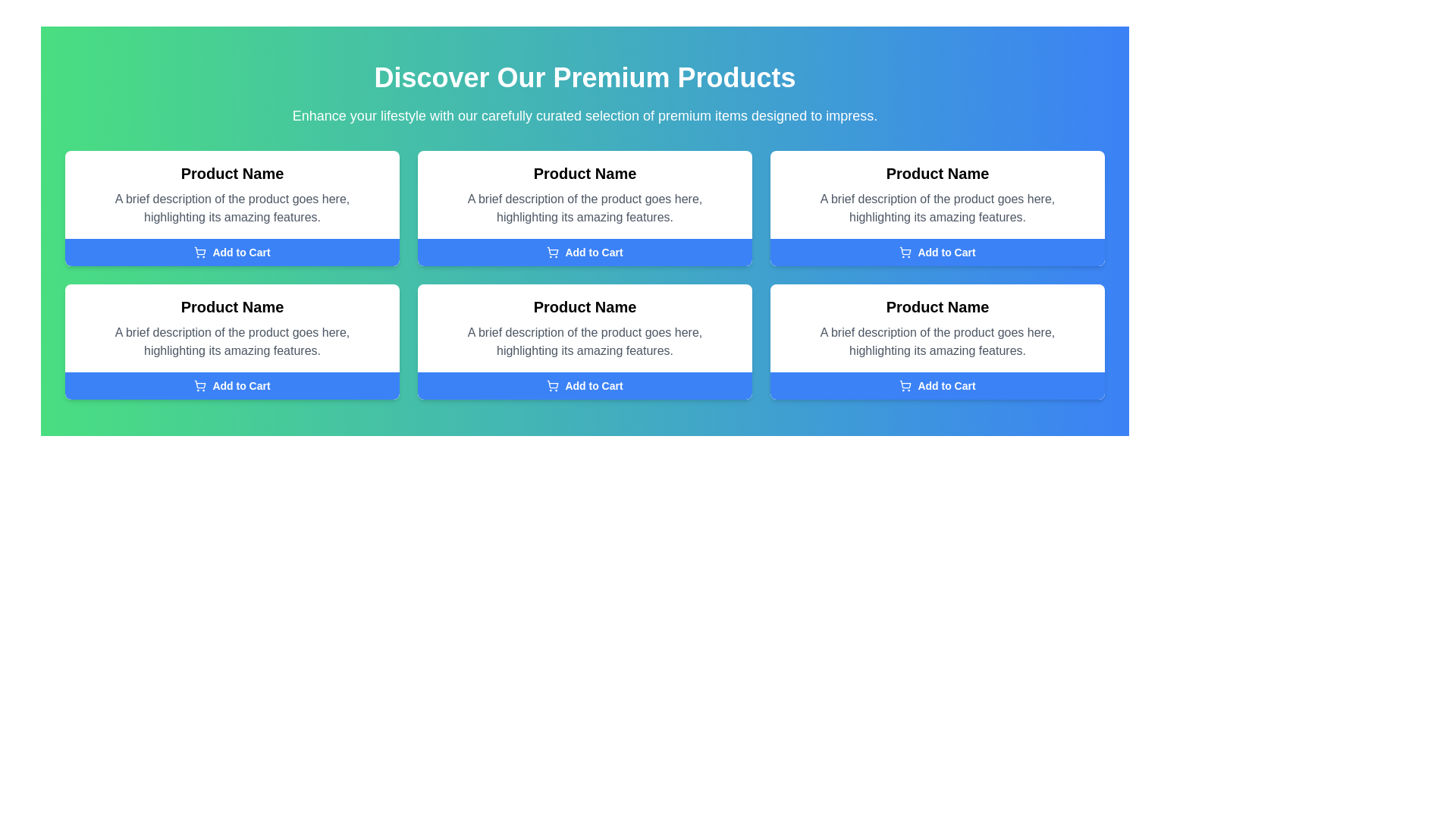 The image size is (1456, 819). Describe the element at coordinates (584, 251) in the screenshot. I see `the button located at the bottom of the product card, which allows users to add the corresponding product to their shopping cart` at that location.